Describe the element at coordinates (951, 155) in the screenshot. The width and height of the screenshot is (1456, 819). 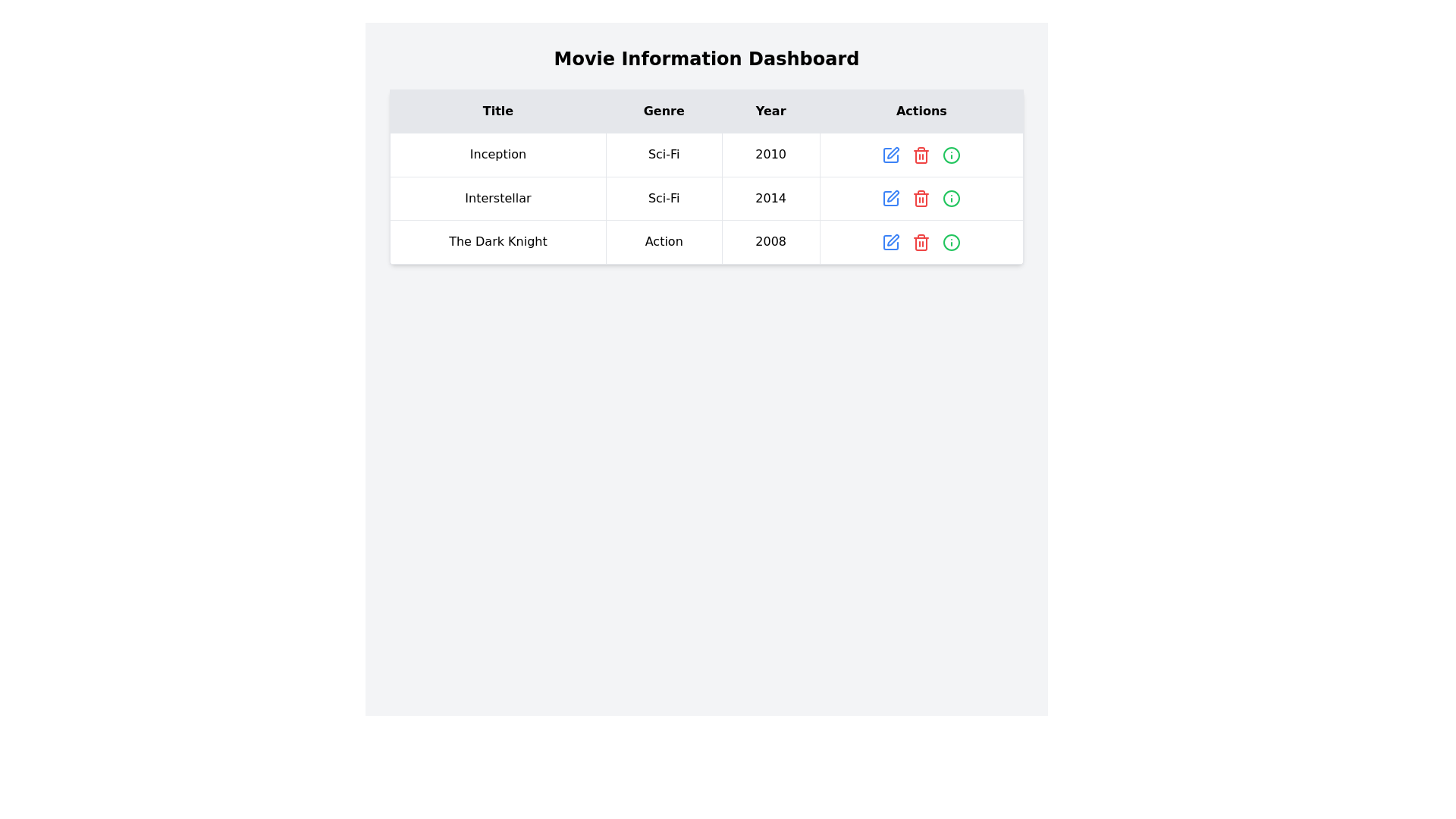
I see `the additional information icon for the movie 'Inception' located in the 'Actions' column of the first row in the table` at that location.